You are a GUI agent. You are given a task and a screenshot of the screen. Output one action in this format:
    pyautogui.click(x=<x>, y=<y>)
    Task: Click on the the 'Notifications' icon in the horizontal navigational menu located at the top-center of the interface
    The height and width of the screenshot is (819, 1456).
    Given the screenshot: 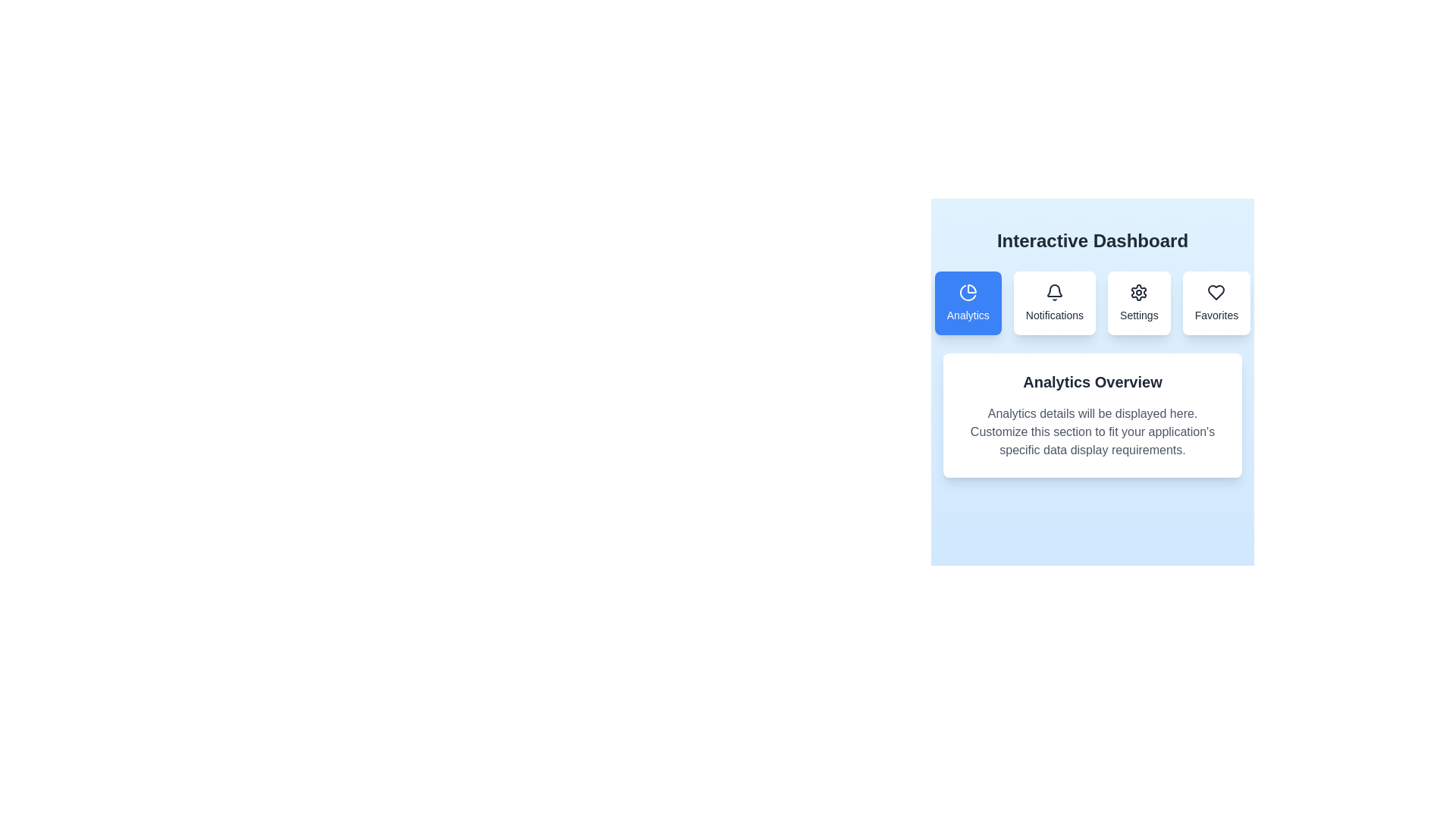 What is the action you would take?
    pyautogui.click(x=1092, y=303)
    